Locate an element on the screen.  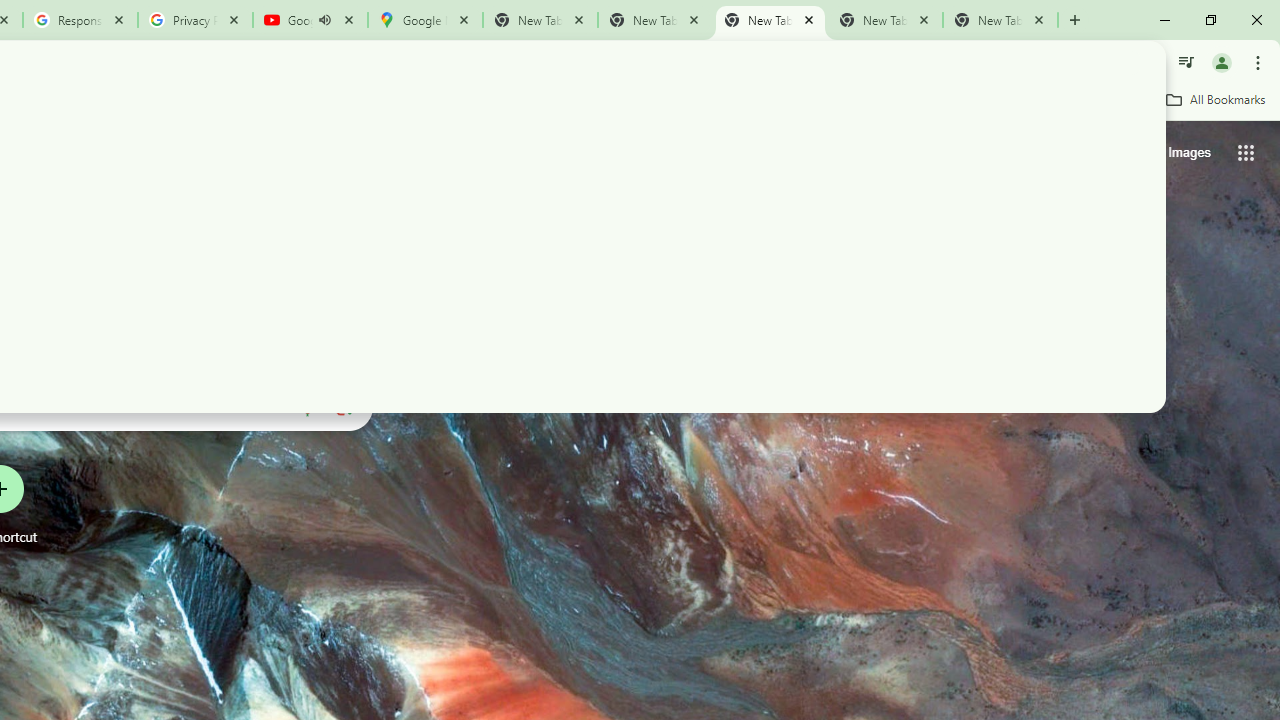
'Mute tab' is located at coordinates (325, 20).